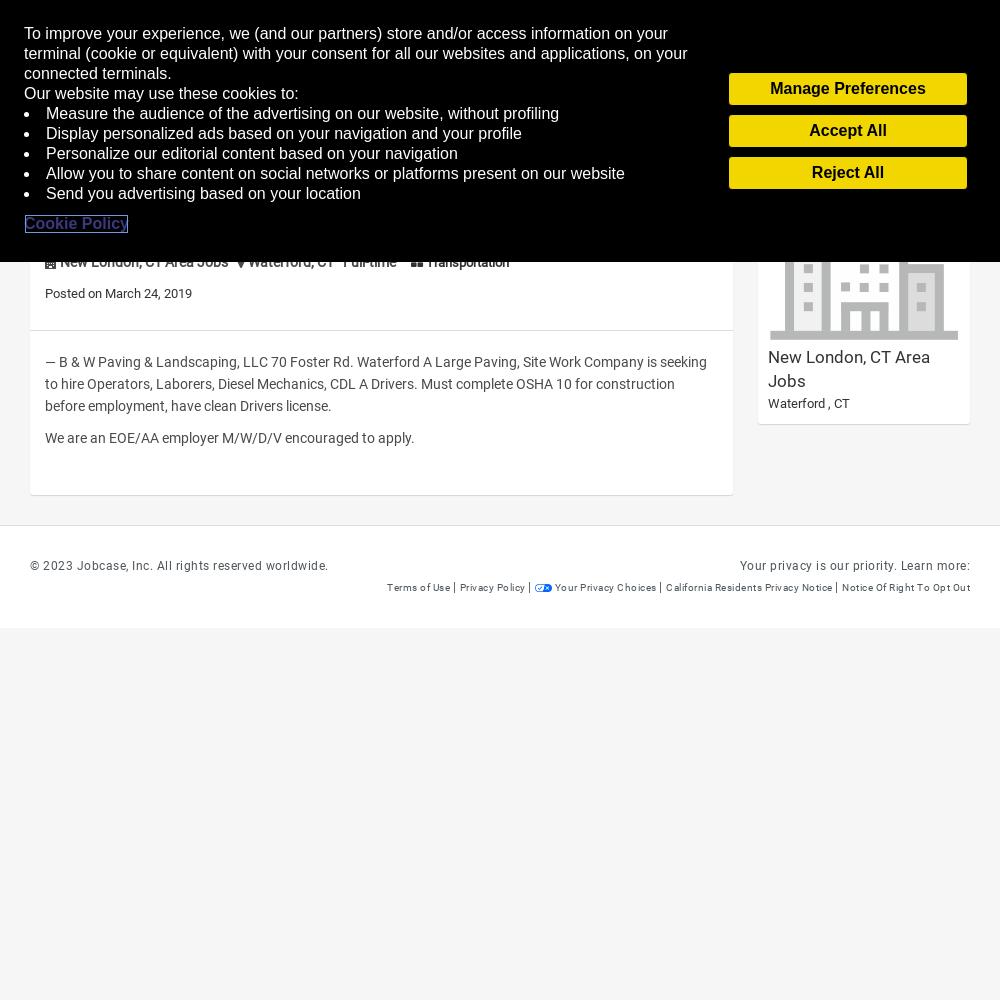 The width and height of the screenshot is (1000, 1000). I want to click on 'California Residents Privacy Notice', so click(666, 586).